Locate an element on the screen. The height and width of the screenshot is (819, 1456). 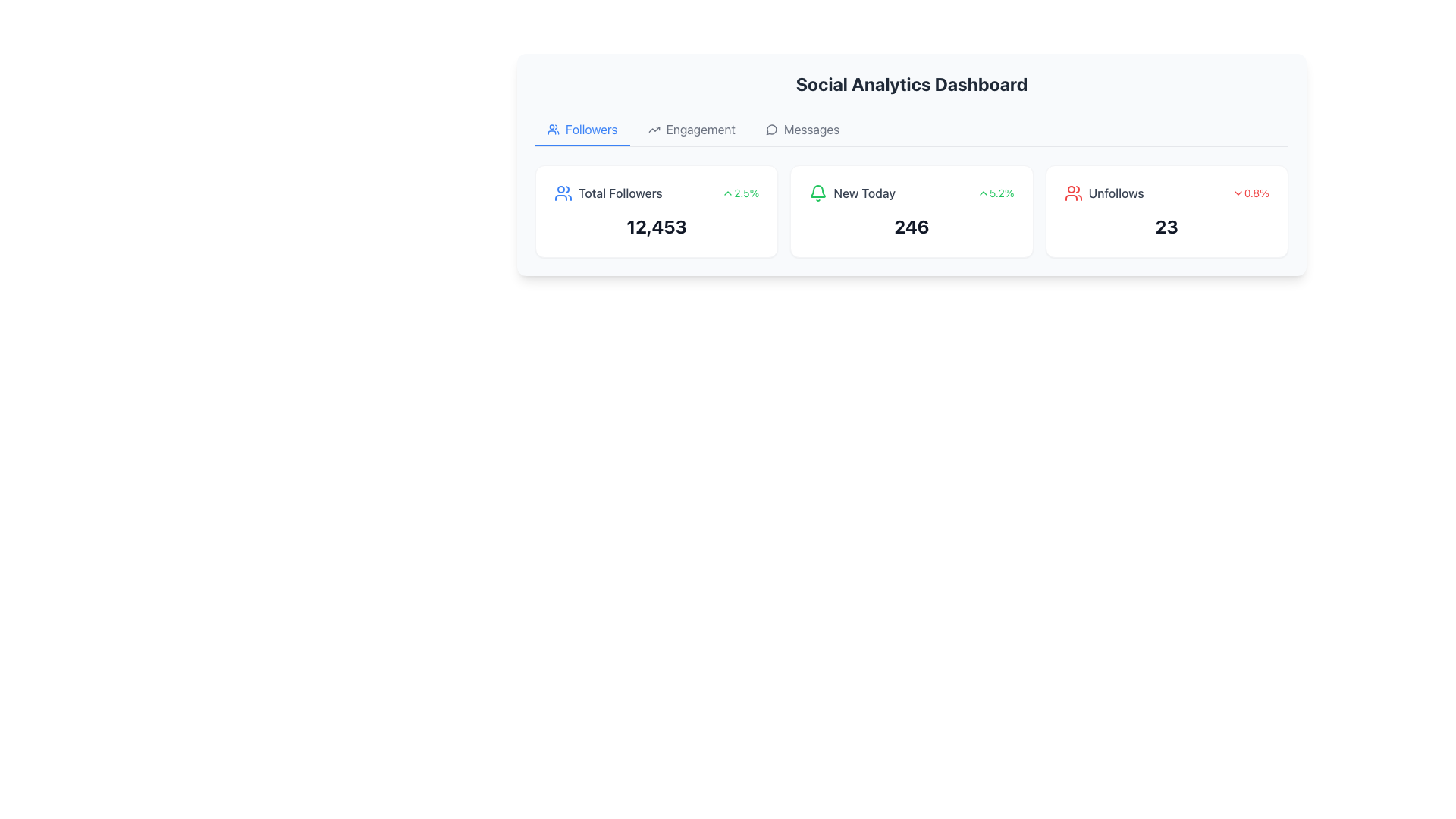
the 'Messages' navigation tab, which features a speech bubble icon and changes color on hover is located at coordinates (802, 130).